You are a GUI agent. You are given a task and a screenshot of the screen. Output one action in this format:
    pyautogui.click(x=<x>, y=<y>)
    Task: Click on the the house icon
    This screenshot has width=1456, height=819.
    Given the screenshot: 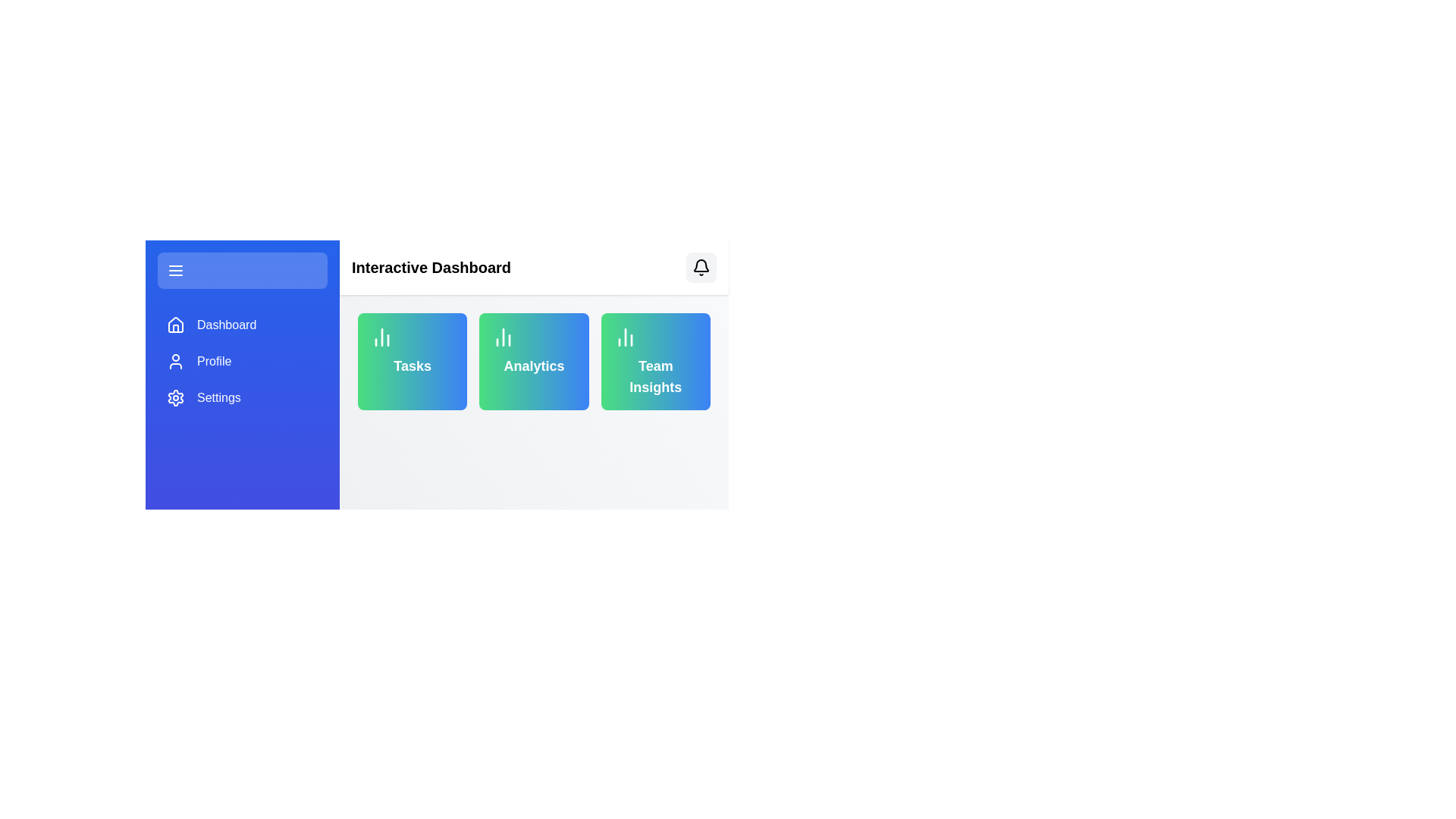 What is the action you would take?
    pyautogui.click(x=175, y=324)
    